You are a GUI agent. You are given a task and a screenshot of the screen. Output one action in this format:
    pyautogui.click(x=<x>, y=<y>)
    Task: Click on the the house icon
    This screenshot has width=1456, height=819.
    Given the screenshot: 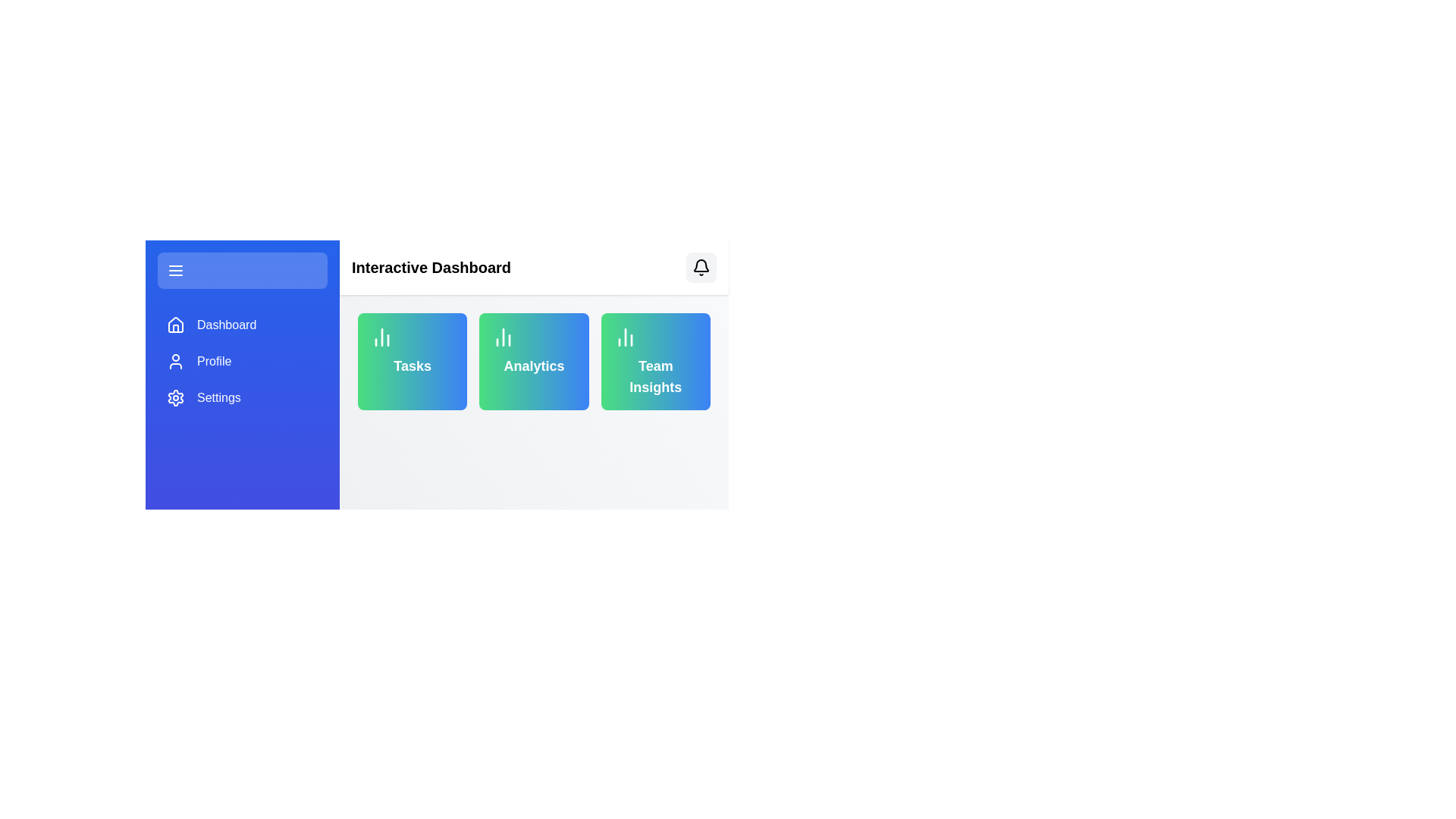 What is the action you would take?
    pyautogui.click(x=175, y=324)
    